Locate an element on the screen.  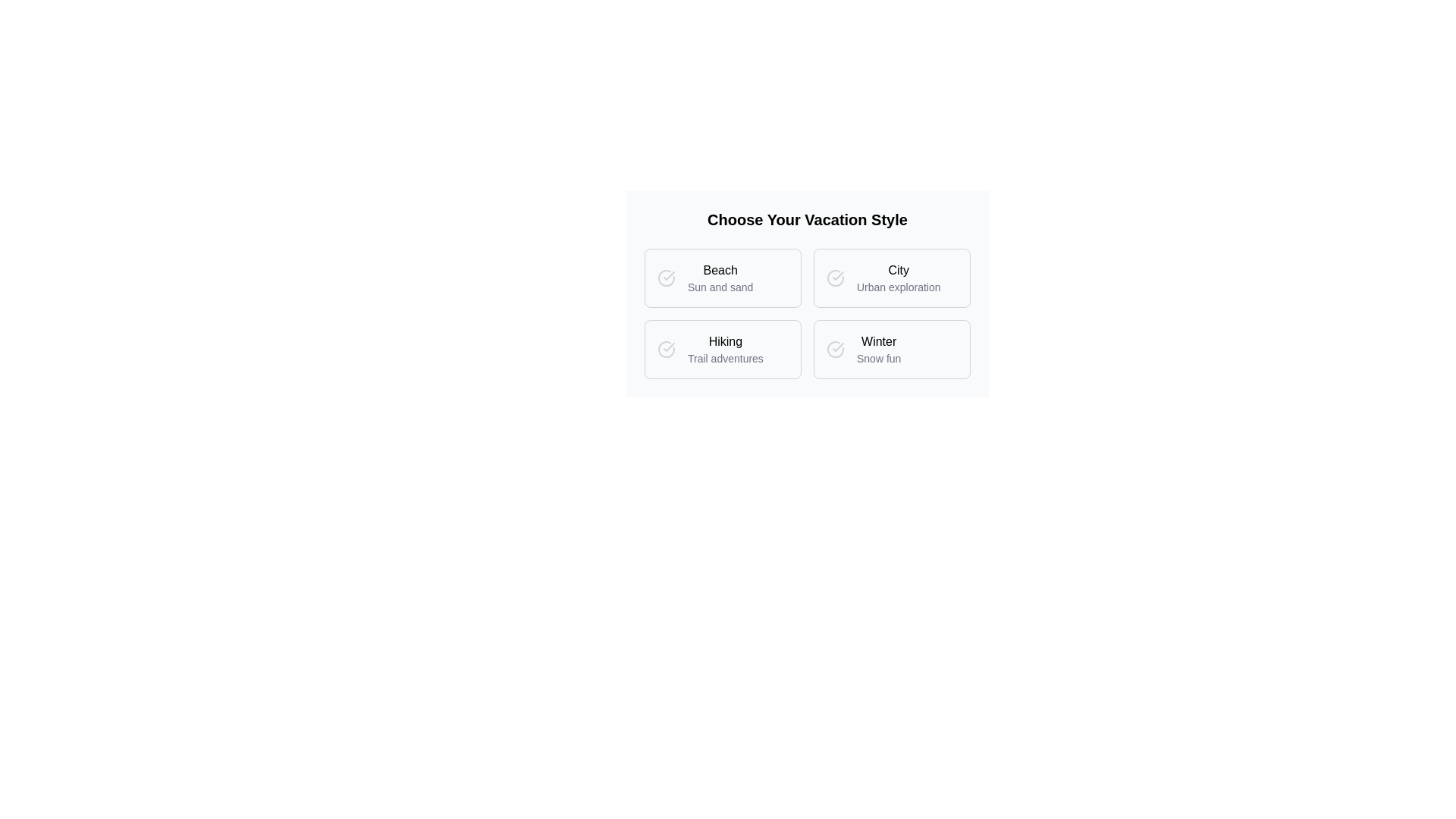
the 'Winter' text label, which is the first selectable option in the bottom-right quadrant of the grid layout is located at coordinates (879, 342).